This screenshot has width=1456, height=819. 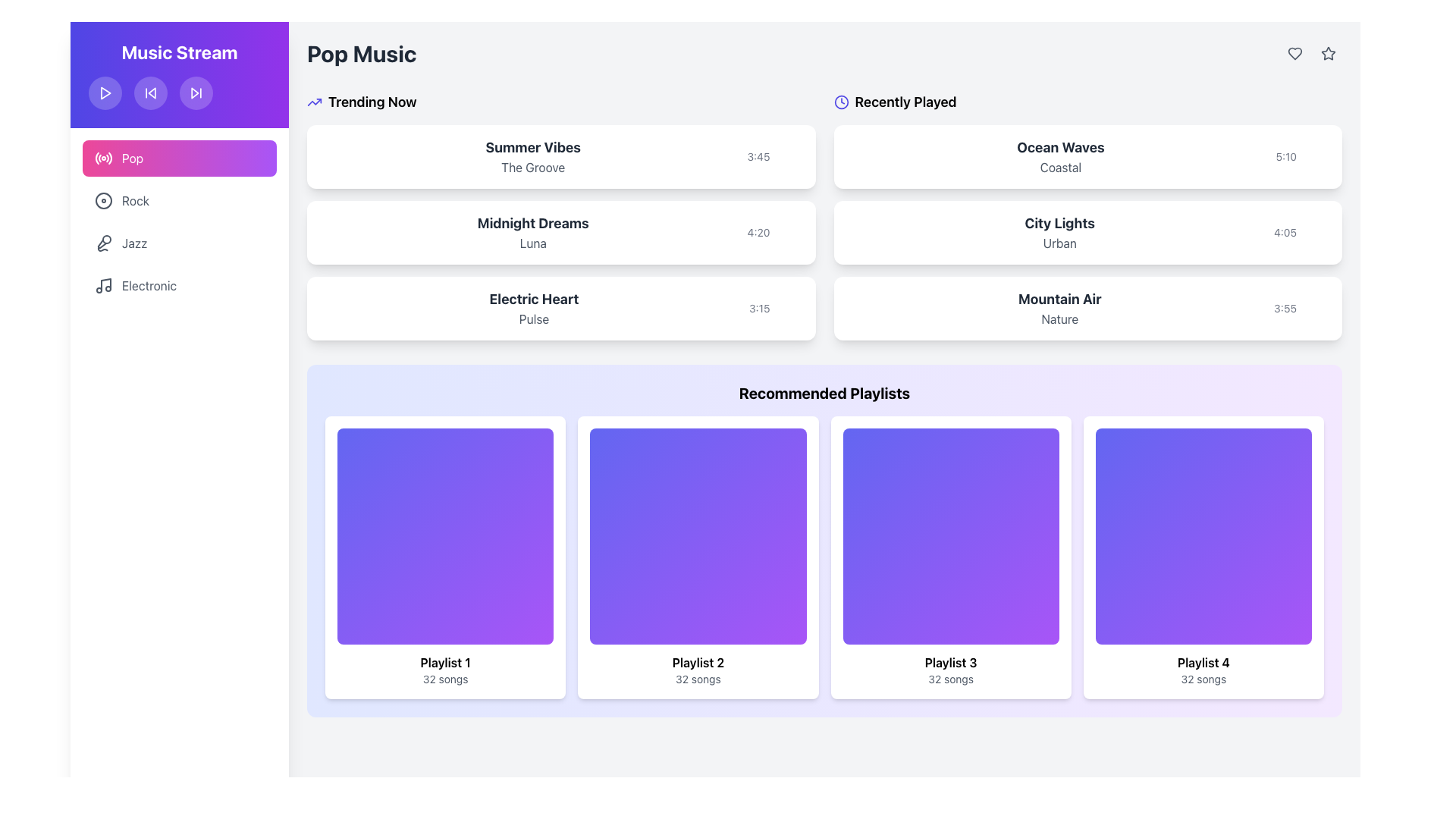 I want to click on the 'play' button located next to the track labeled 'Ocean Waves' in the top-right corner of the 'Recently Played' list section, so click(x=1317, y=157).